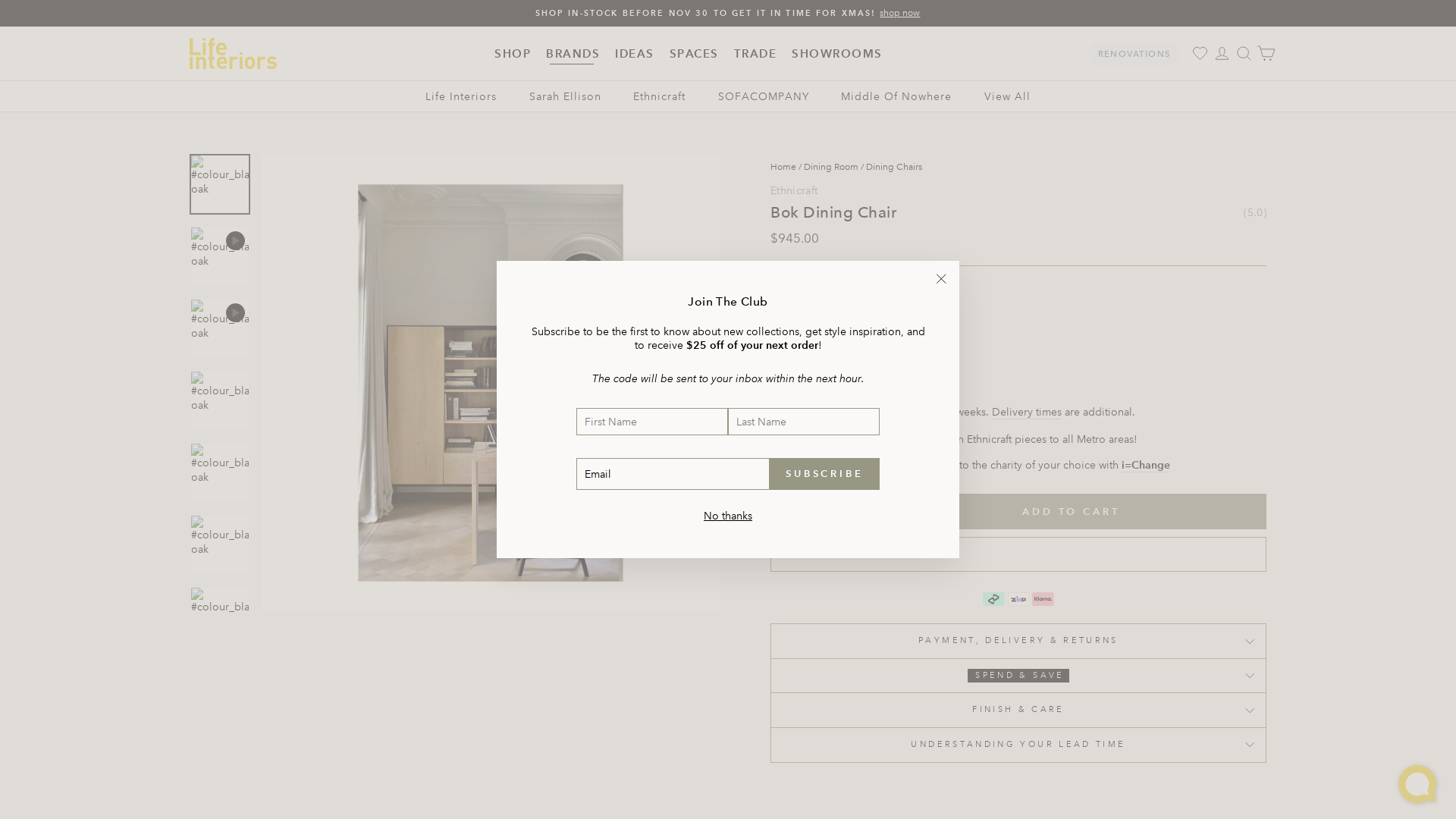  I want to click on 'Ethnicraft', so click(659, 96).